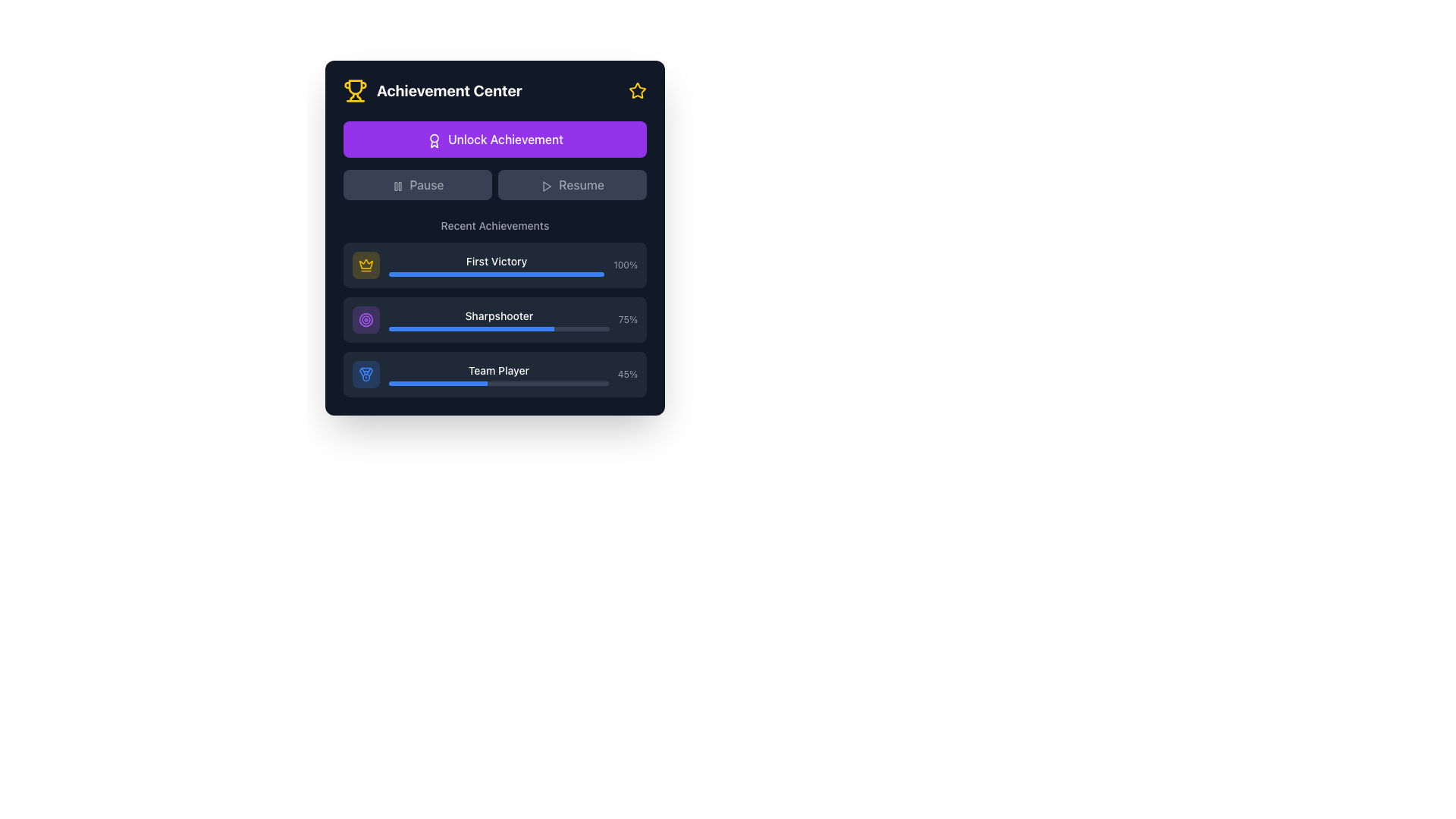 The height and width of the screenshot is (819, 1456). What do you see at coordinates (637, 90) in the screenshot?
I see `the yellow-bordered star icon located in the top-right corner of the 'Achievement Center' interface, right next to the textual header` at bounding box center [637, 90].